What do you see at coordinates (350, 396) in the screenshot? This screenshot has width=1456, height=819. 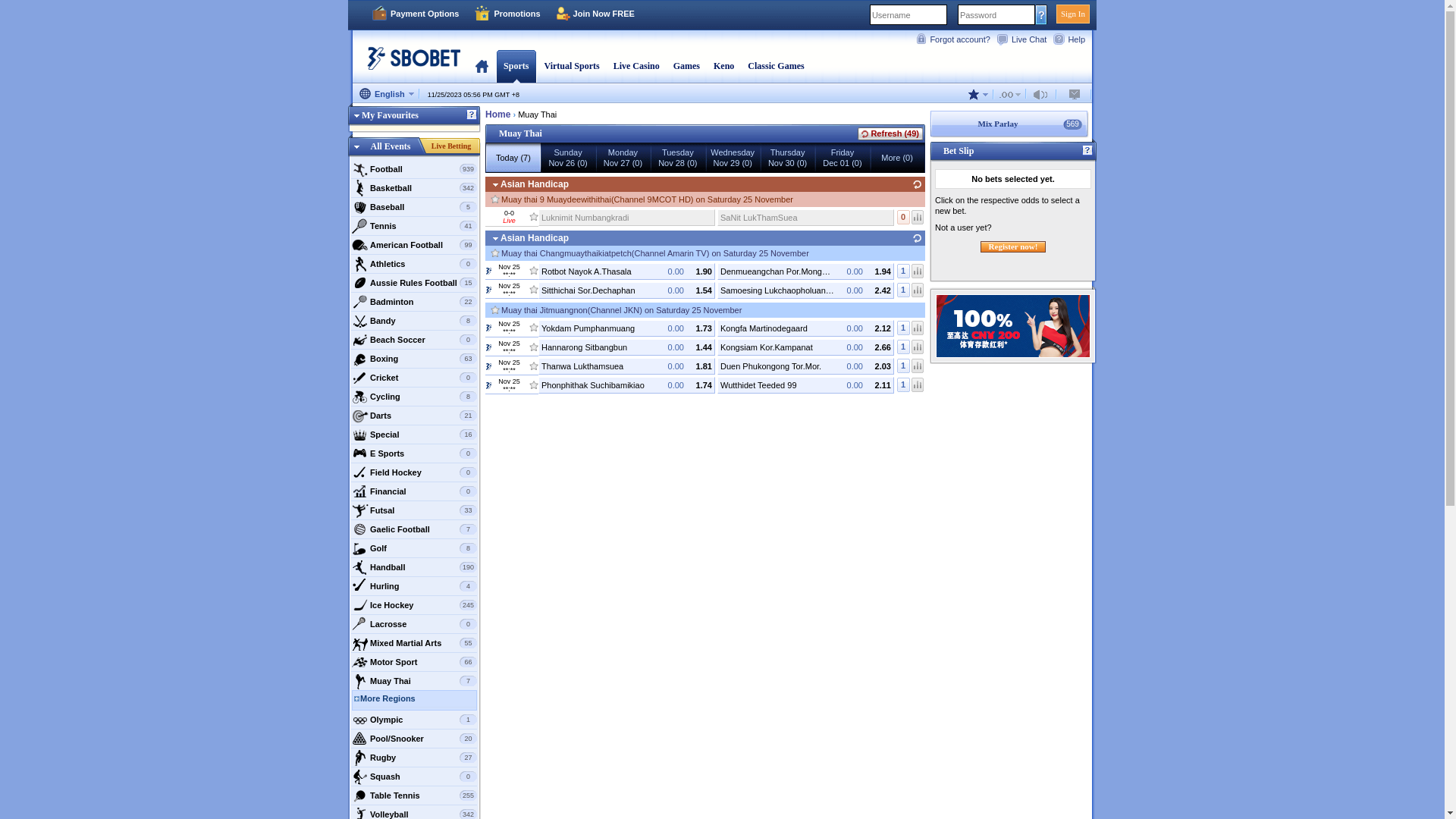 I see `'Cycling` at bounding box center [350, 396].